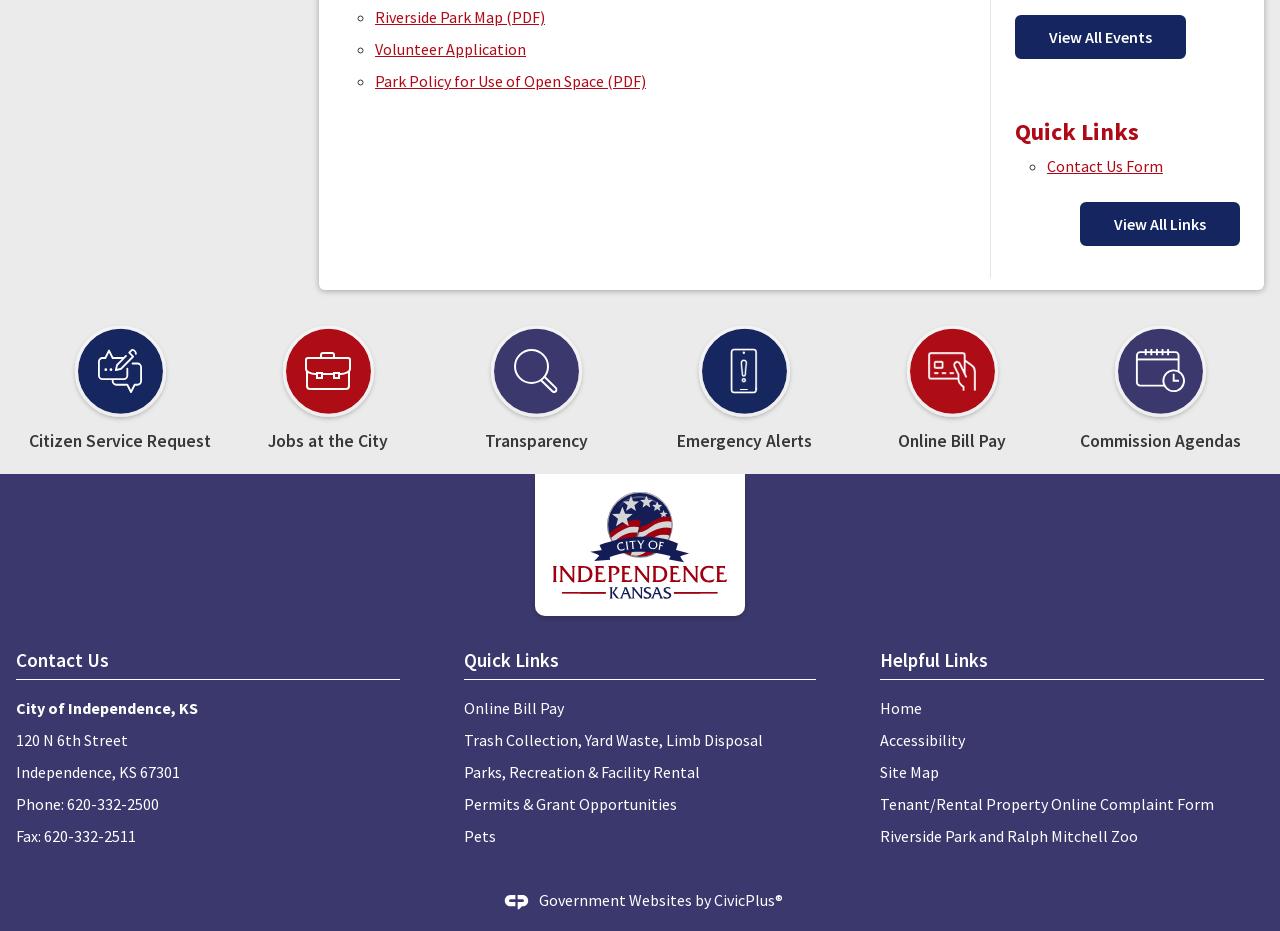 This screenshot has width=1280, height=931. Describe the element at coordinates (97, 770) in the screenshot. I see `'Independence, KS 67301'` at that location.